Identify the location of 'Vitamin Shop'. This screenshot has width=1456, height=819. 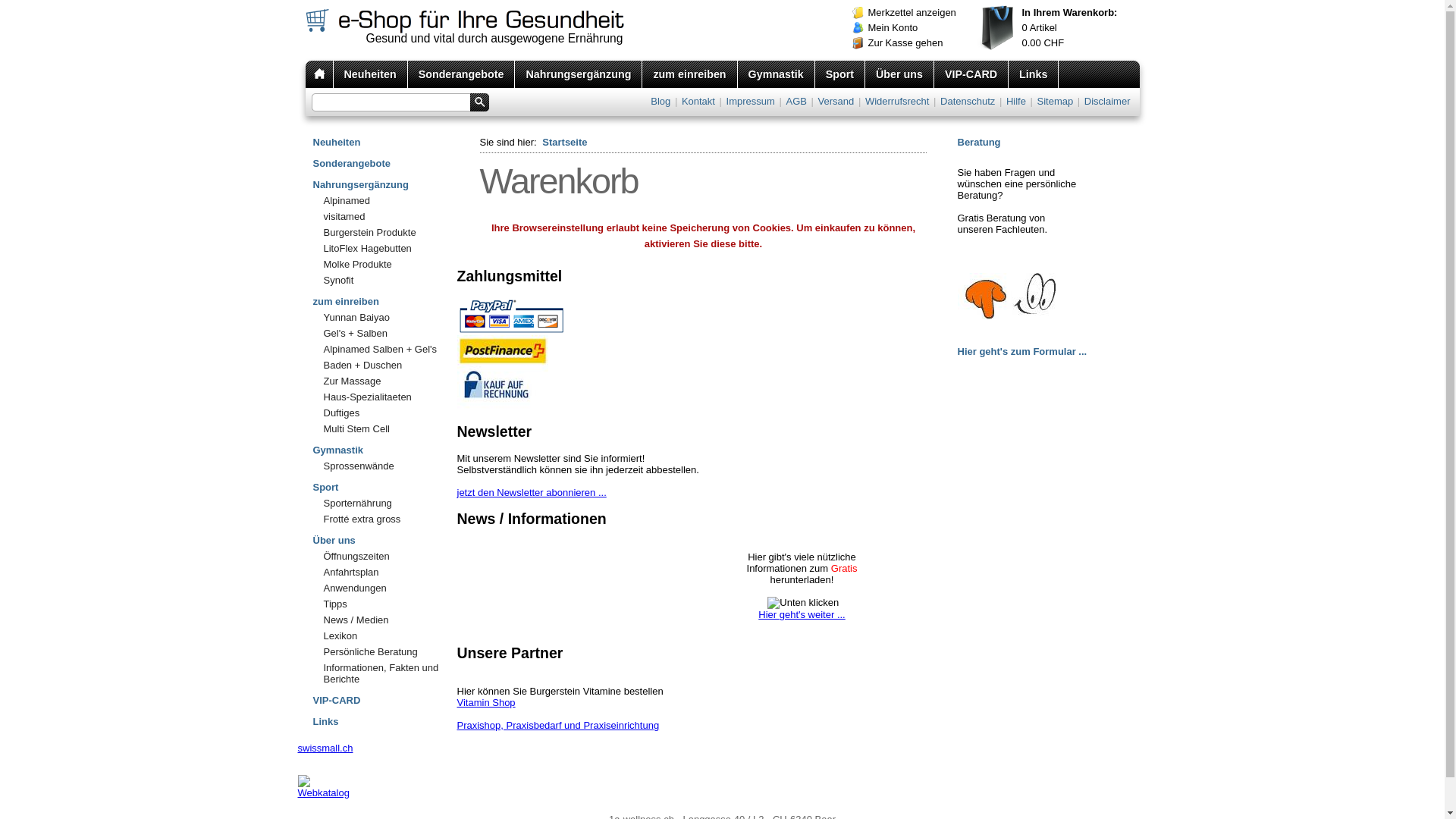
(485, 702).